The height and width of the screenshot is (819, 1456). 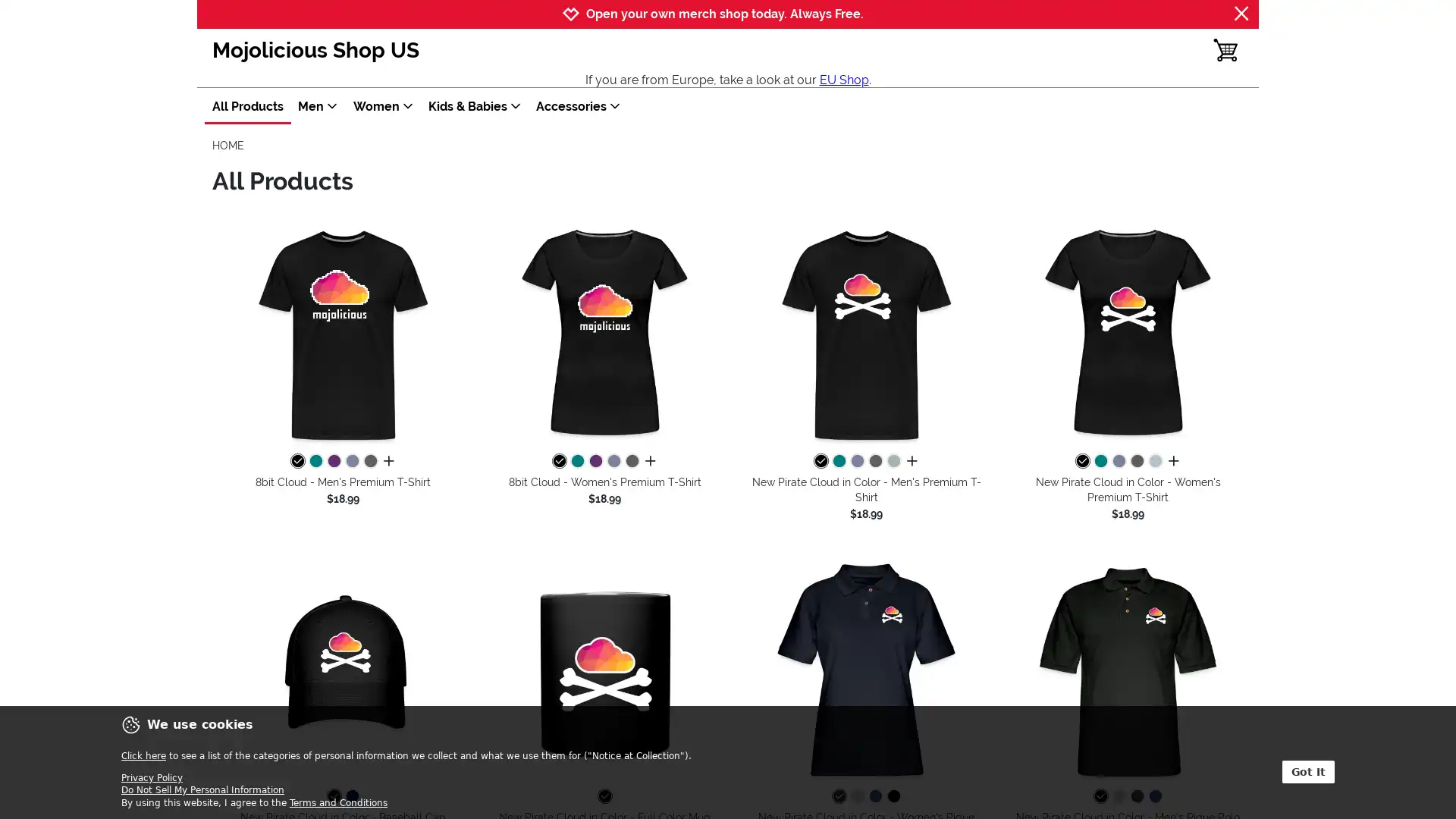 I want to click on charcoal grey, so click(x=1136, y=461).